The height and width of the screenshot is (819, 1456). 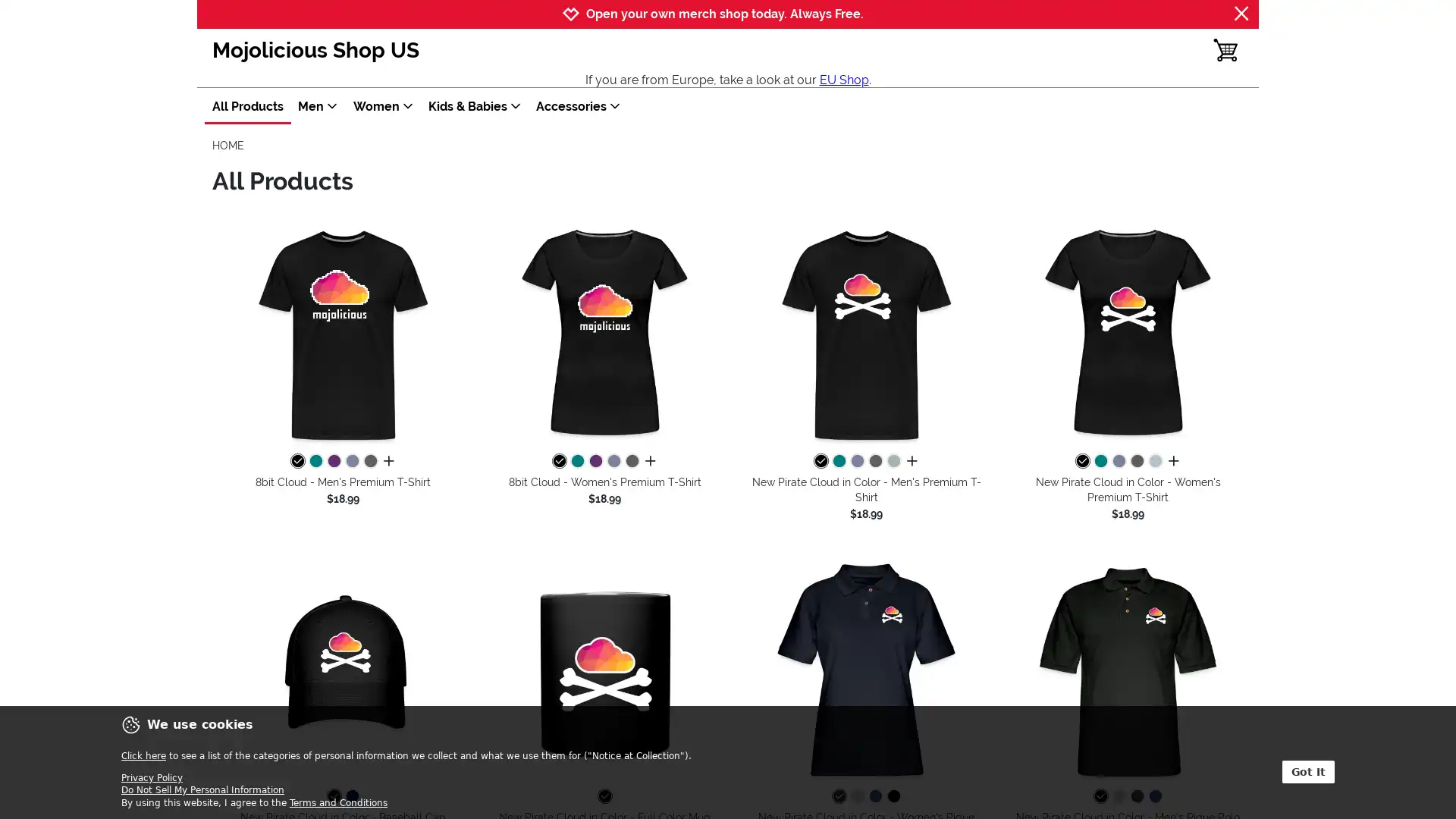 I want to click on charcoal grey, so click(x=1136, y=461).